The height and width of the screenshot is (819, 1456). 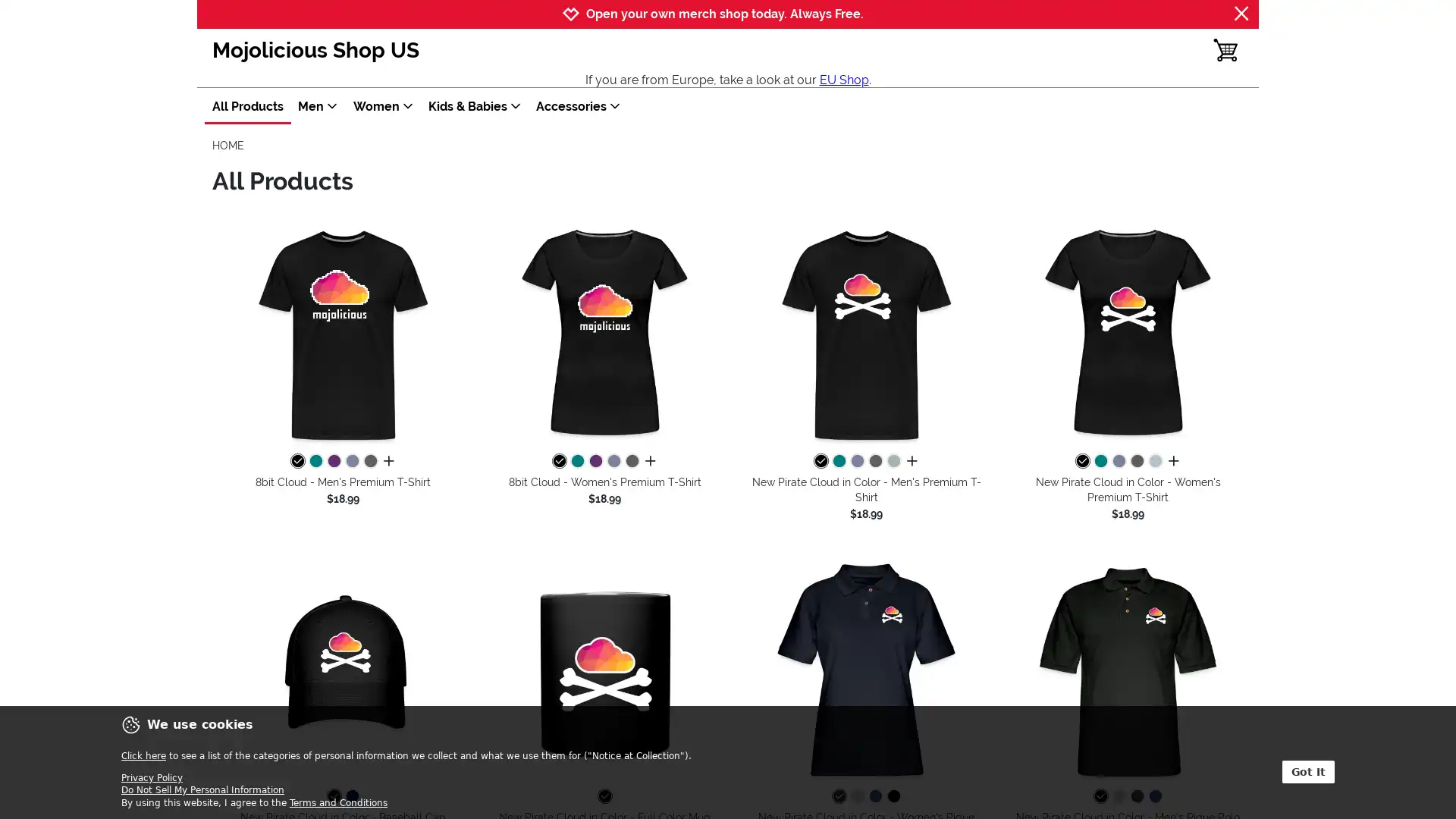 I want to click on charcoal grey, so click(x=1136, y=461).